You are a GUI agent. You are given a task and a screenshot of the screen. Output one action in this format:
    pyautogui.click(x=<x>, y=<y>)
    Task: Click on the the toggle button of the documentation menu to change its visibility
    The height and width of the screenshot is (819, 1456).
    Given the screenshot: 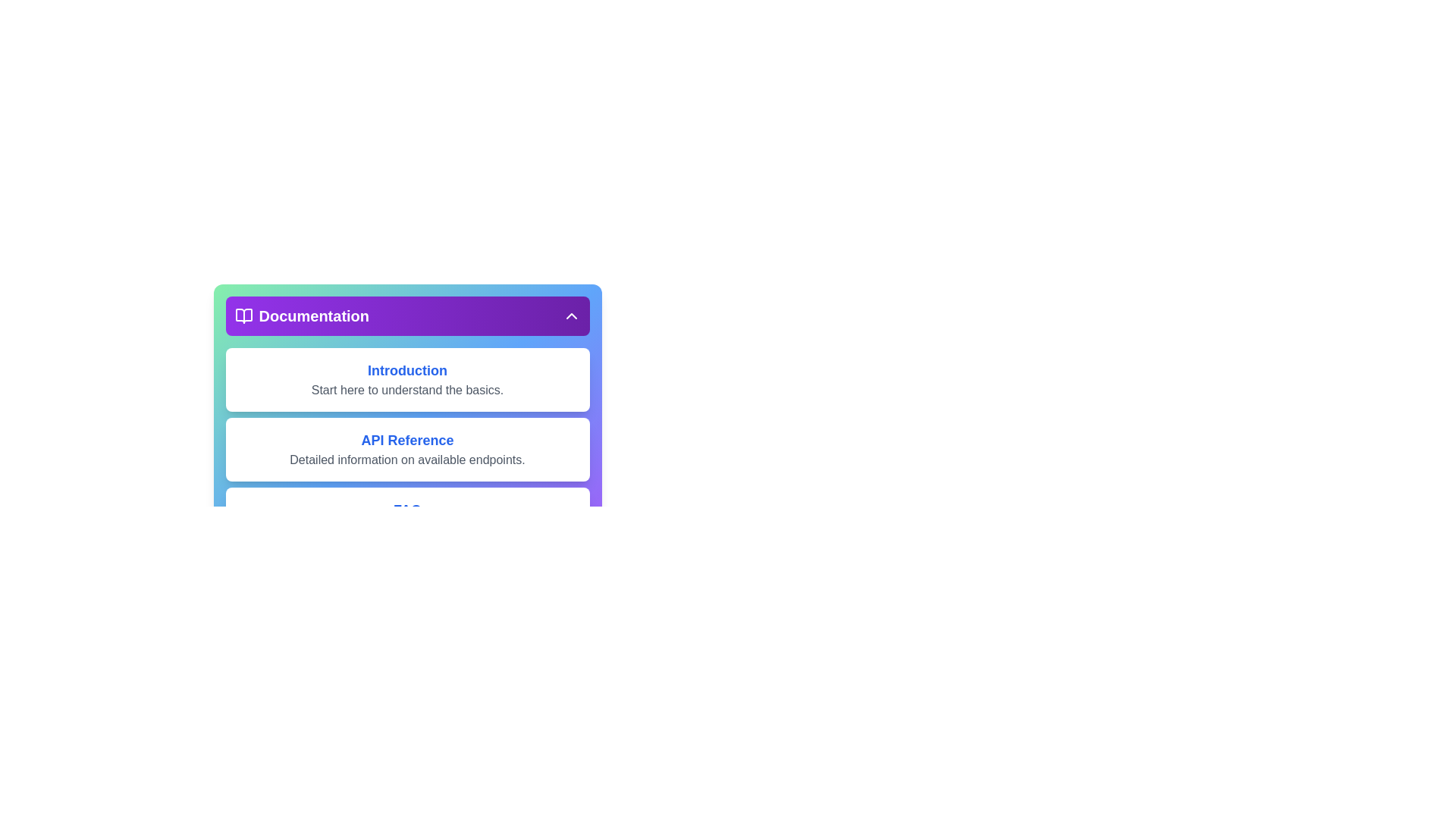 What is the action you would take?
    pyautogui.click(x=407, y=315)
    